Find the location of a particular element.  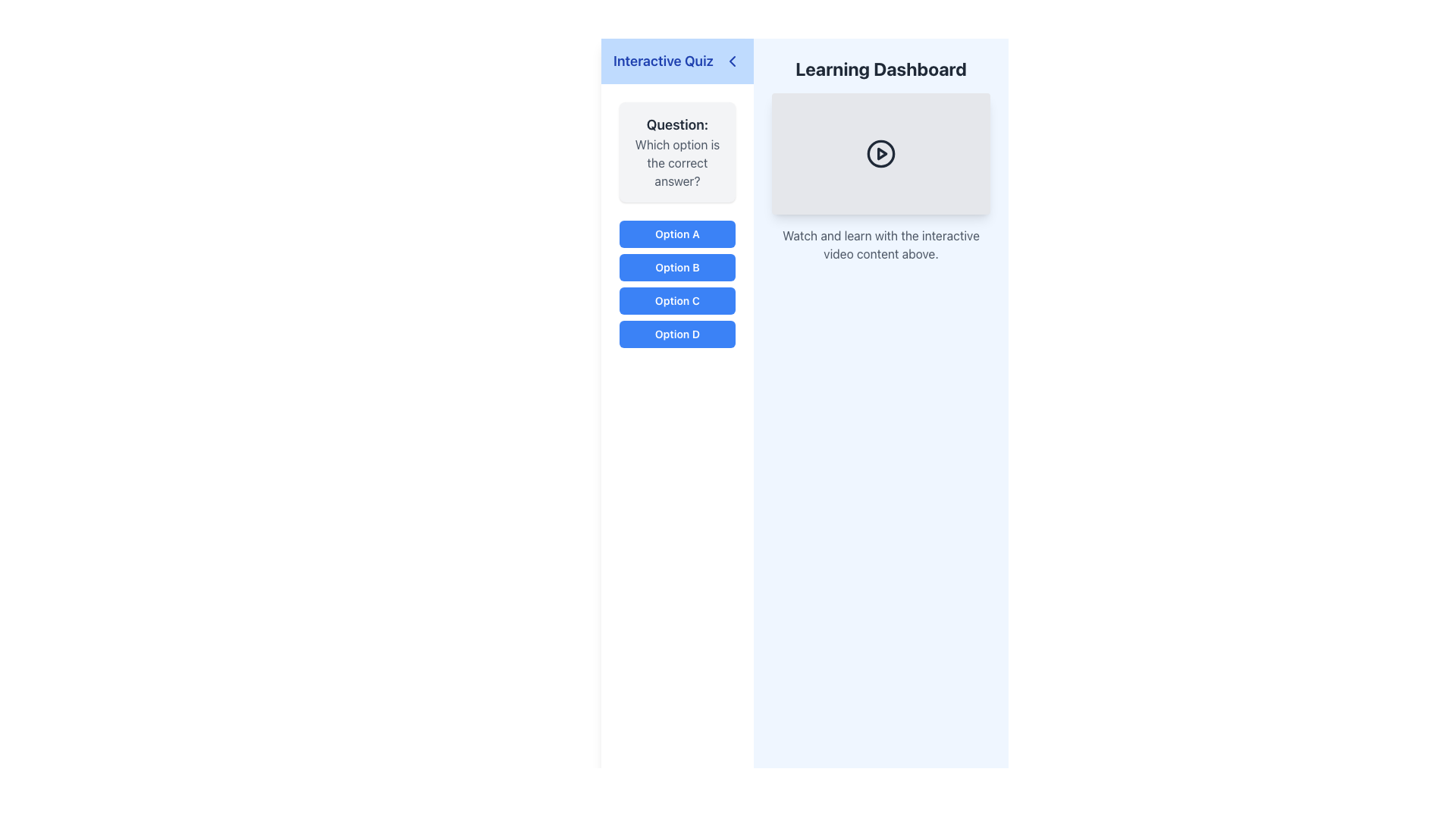

the leftward-pointing chevron button colored in blue, located to the right of the 'Interactive Quiz' text in the header bar is located at coordinates (732, 61).